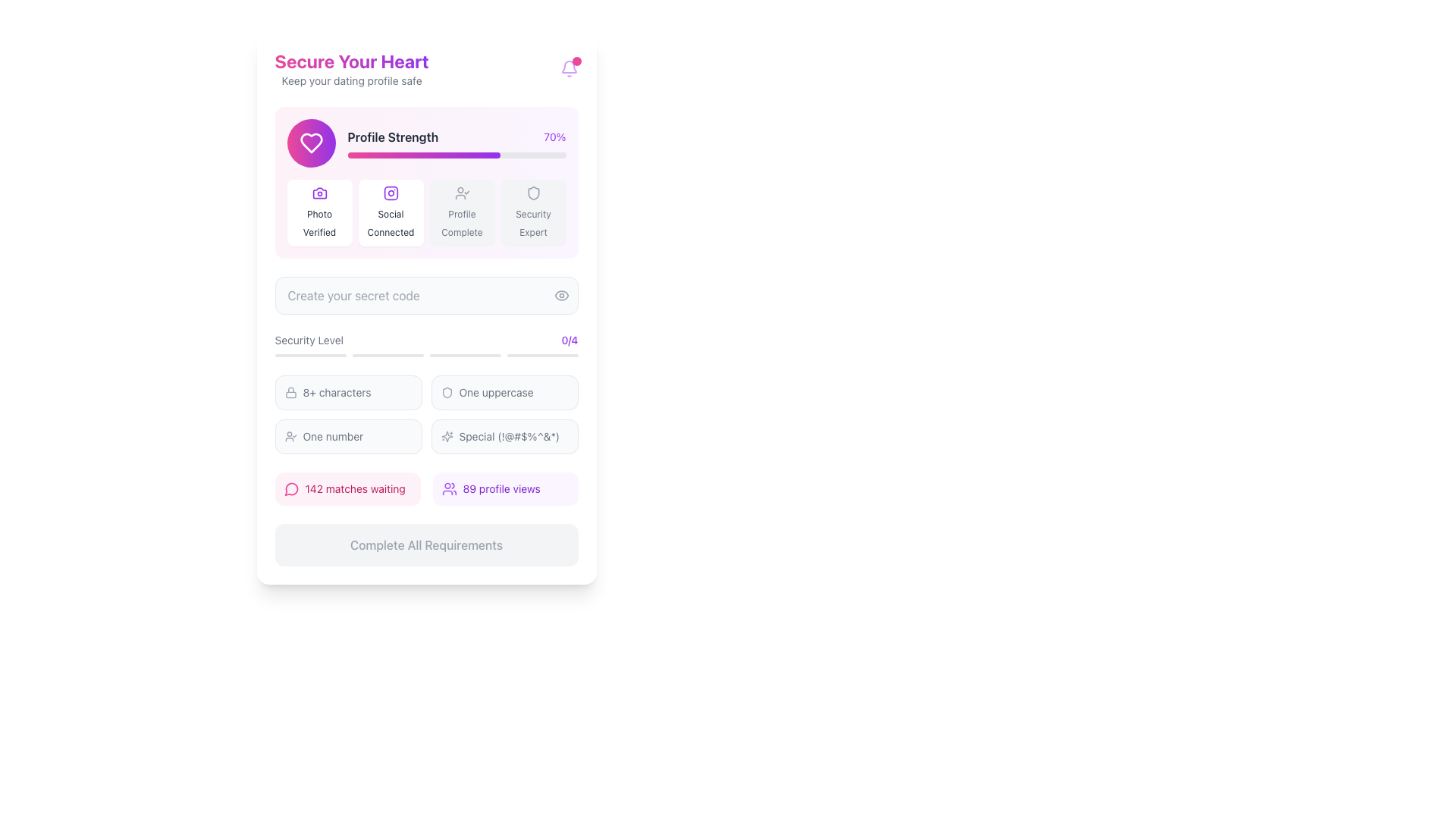 This screenshot has height=819, width=1456. What do you see at coordinates (391, 192) in the screenshot?
I see `the small Instagram logo icon` at bounding box center [391, 192].